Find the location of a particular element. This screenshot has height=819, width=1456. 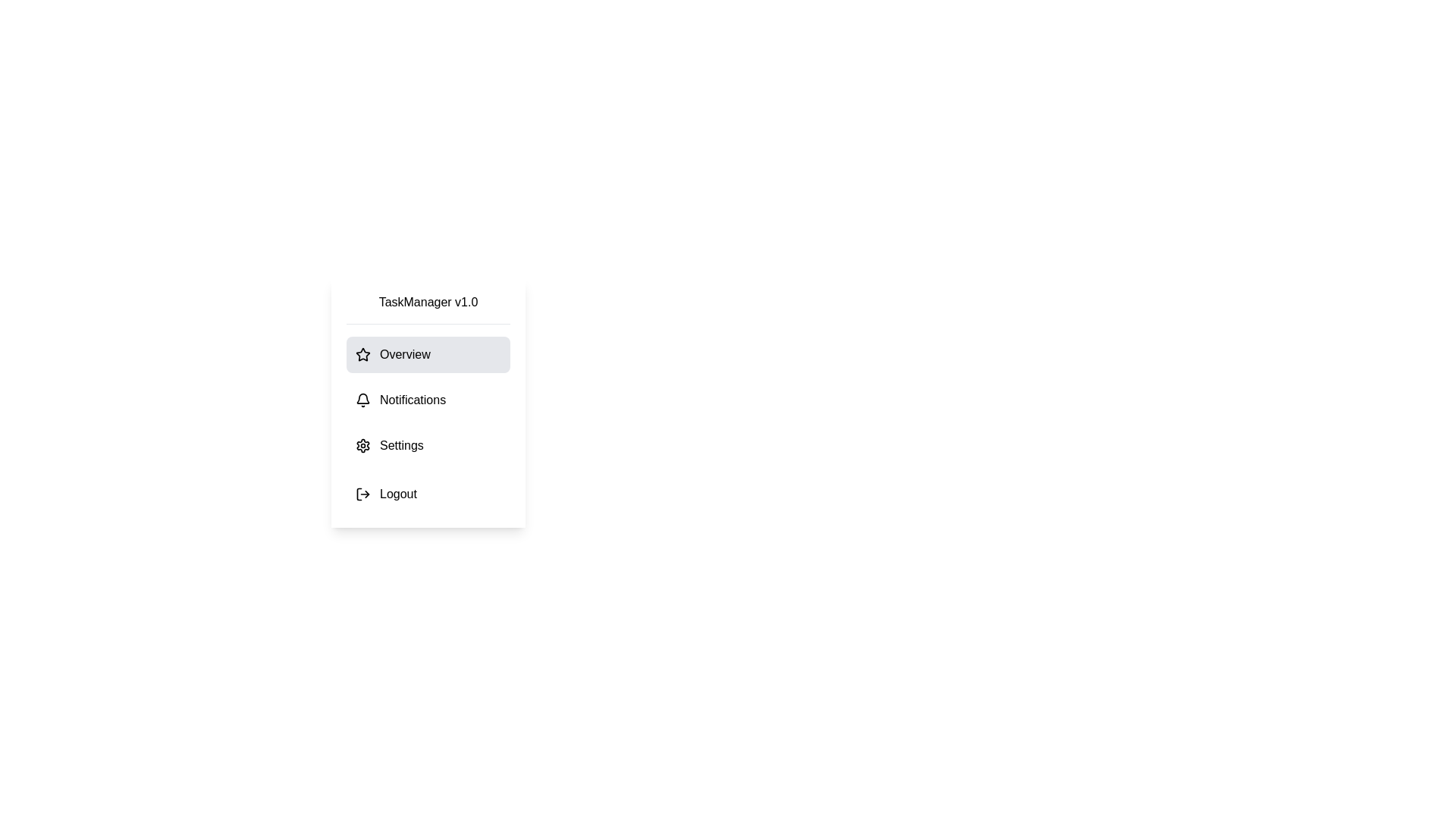

the logout icon located at the bottommost entry of the vertical menu, visually aligned with the text label 'Logout' is located at coordinates (362, 494).